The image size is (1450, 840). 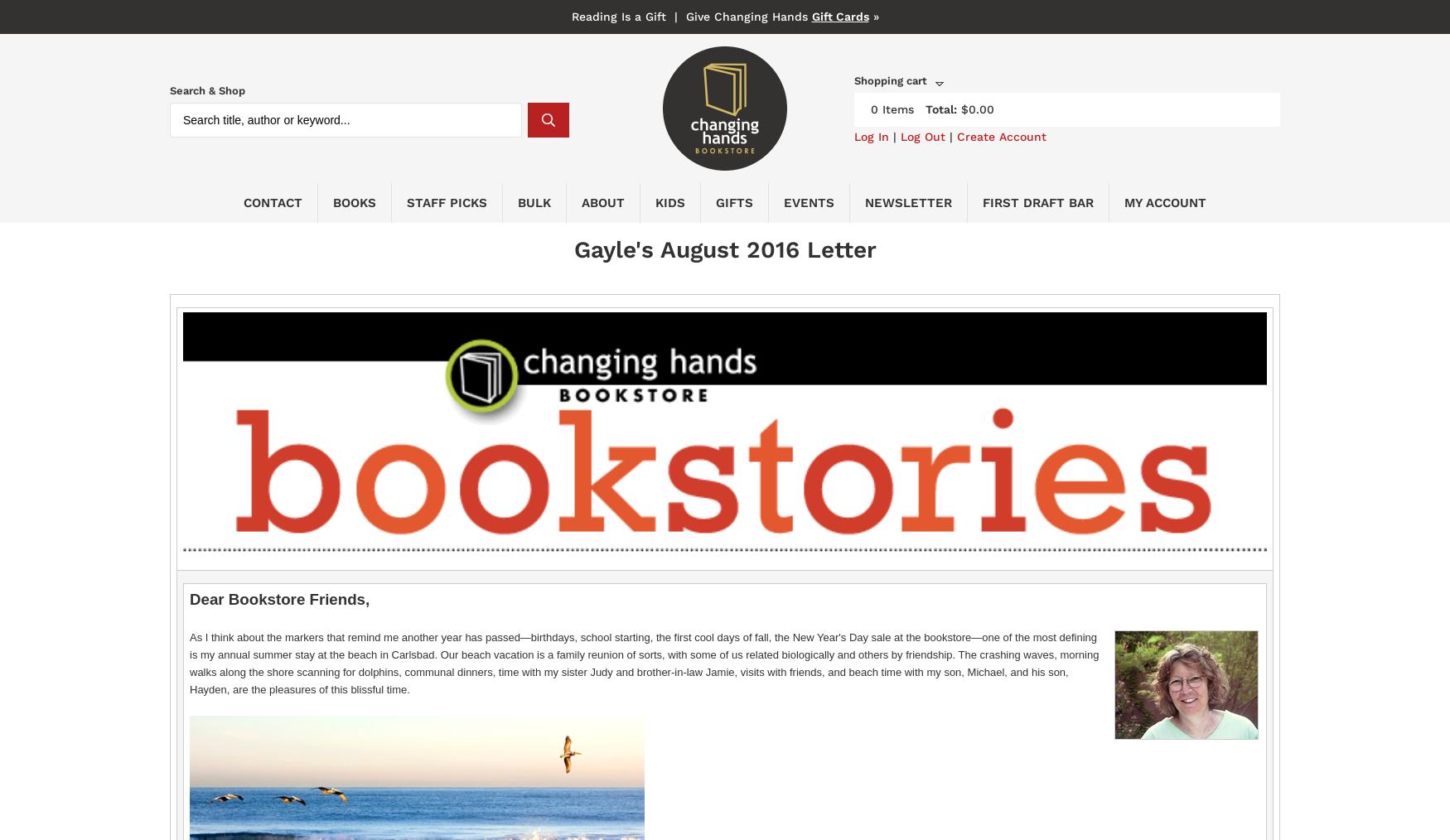 What do you see at coordinates (573, 249) in the screenshot?
I see `'Gayle's August 2016 Letter'` at bounding box center [573, 249].